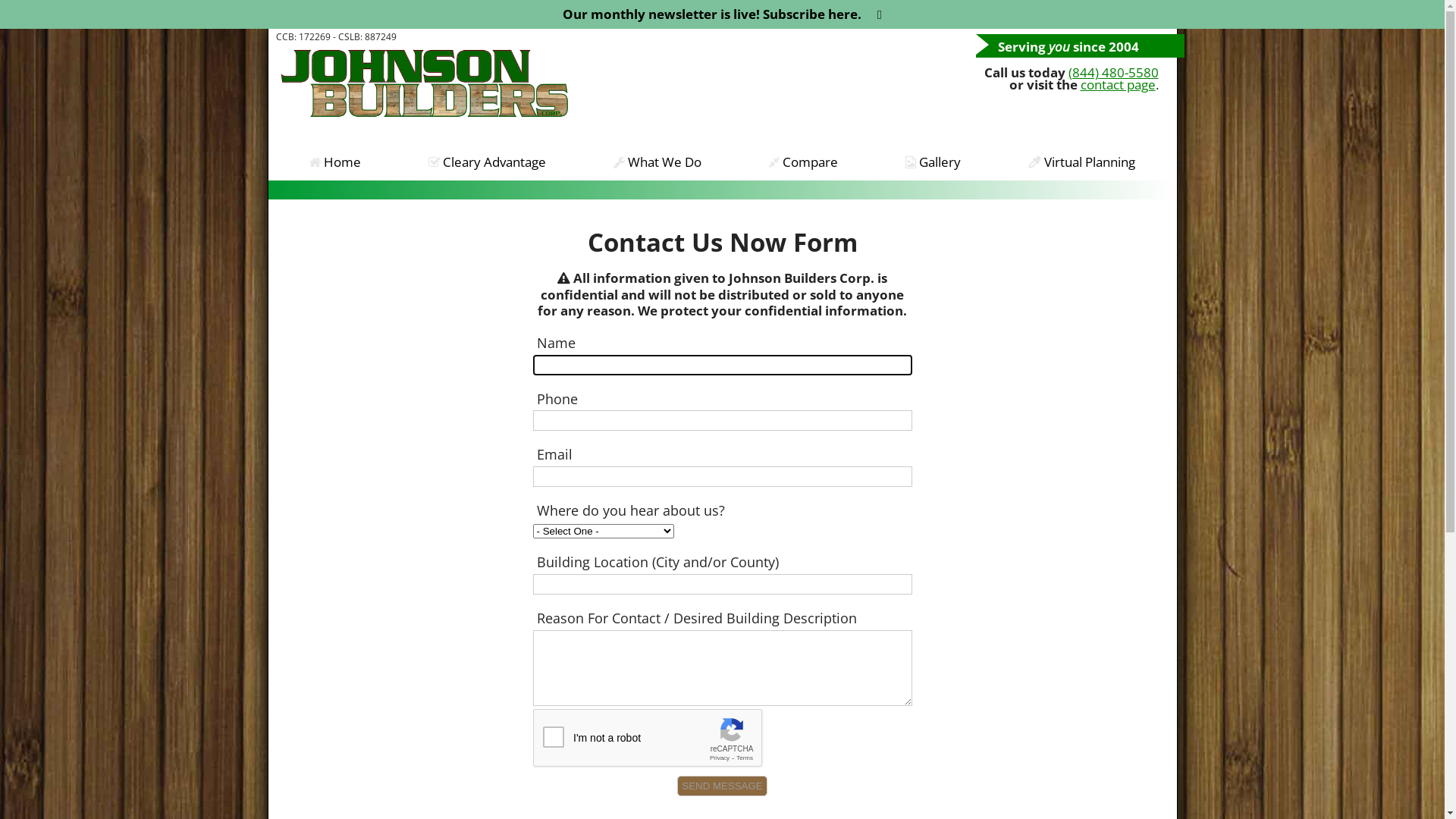 This screenshot has height=819, width=1456. I want to click on 'contact page', so click(1117, 84).